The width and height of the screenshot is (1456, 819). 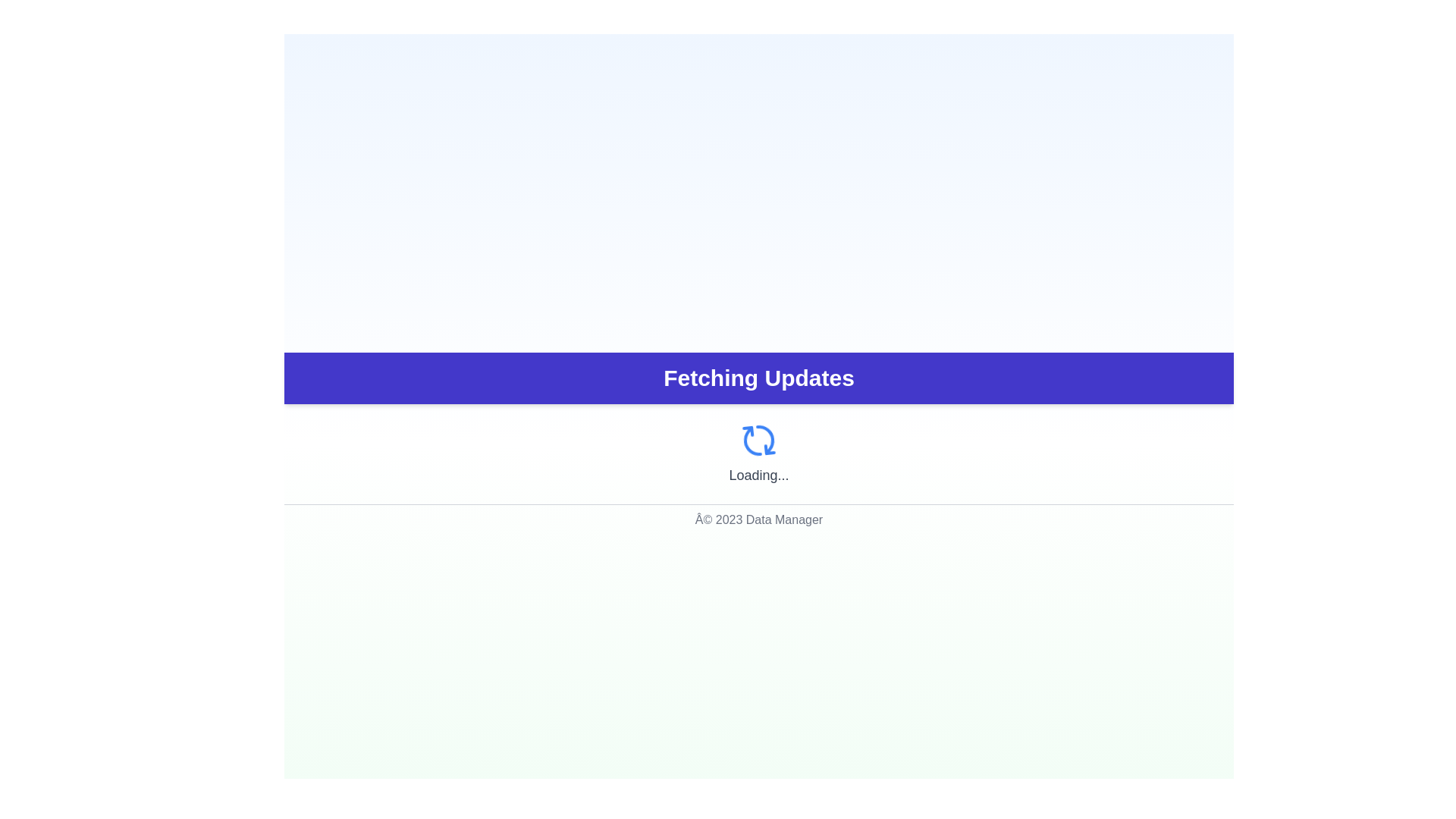 I want to click on the loading indicator that features a spinning refresh icon in blue and the text 'Loading...' beneath it, so click(x=758, y=453).